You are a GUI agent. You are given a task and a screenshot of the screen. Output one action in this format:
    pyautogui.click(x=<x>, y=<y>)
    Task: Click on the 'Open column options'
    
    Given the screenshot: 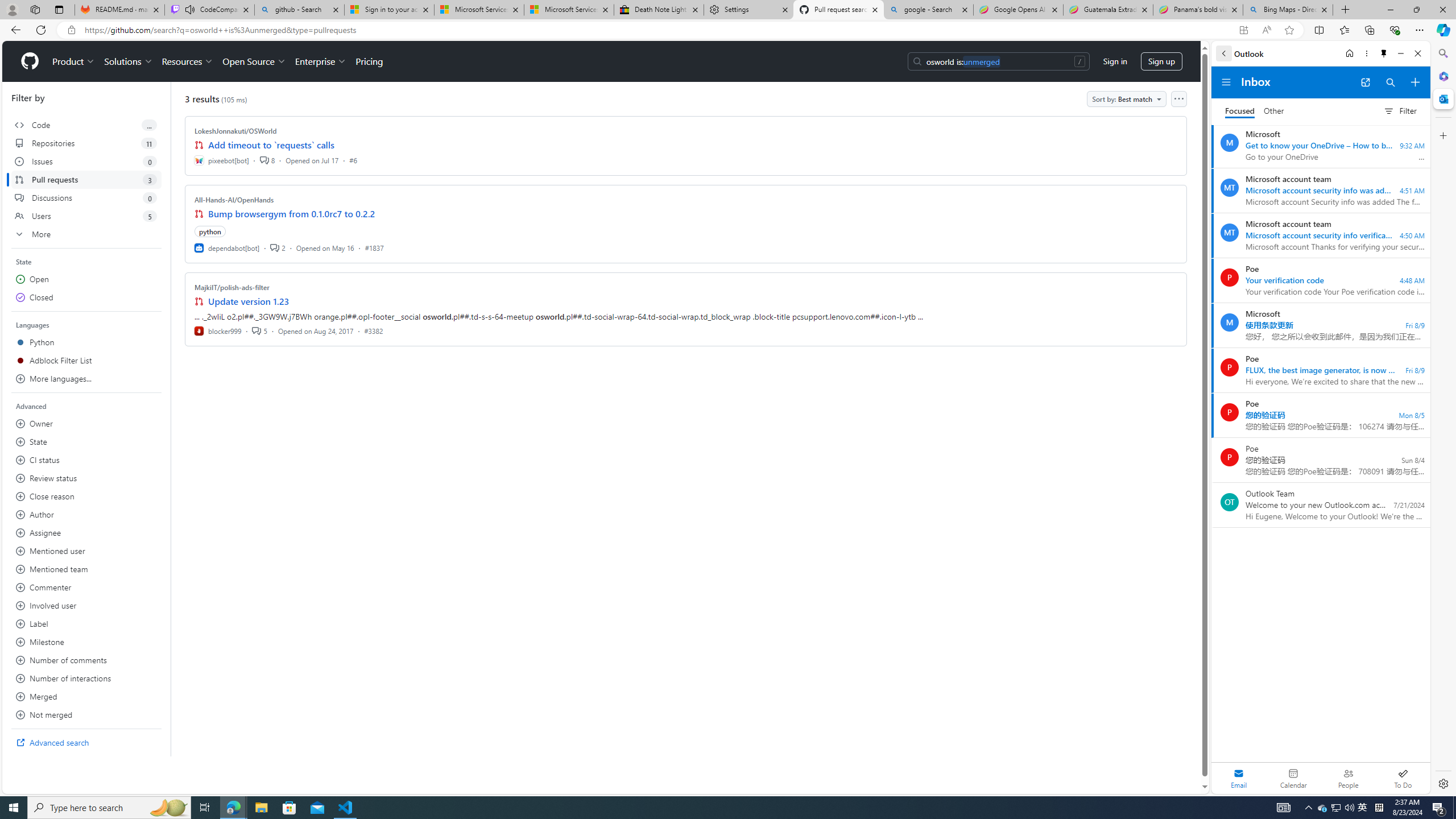 What is the action you would take?
    pyautogui.click(x=1178, y=98)
    